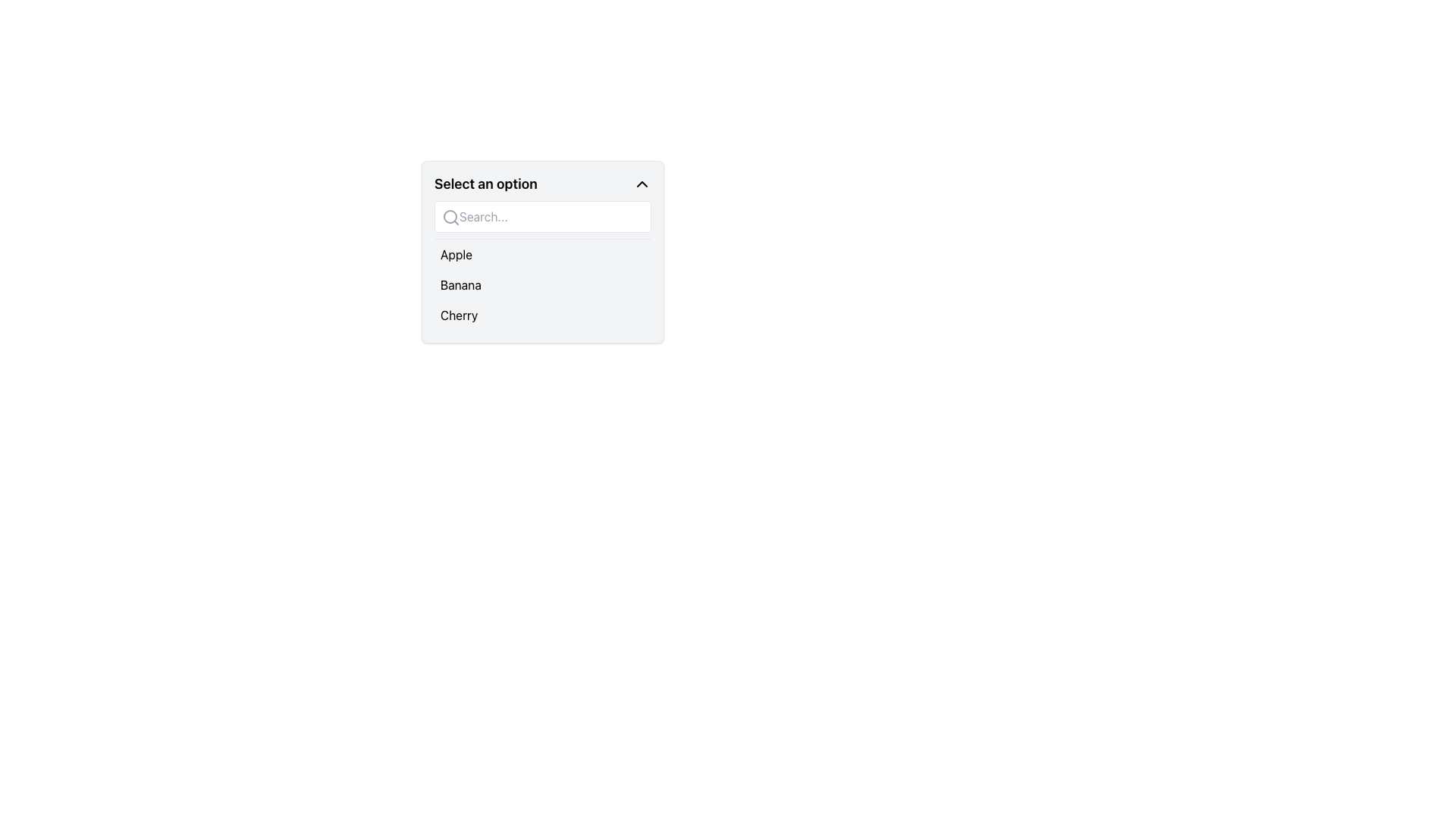 This screenshot has height=819, width=1456. I want to click on the text label displaying 'Banana', so click(460, 284).